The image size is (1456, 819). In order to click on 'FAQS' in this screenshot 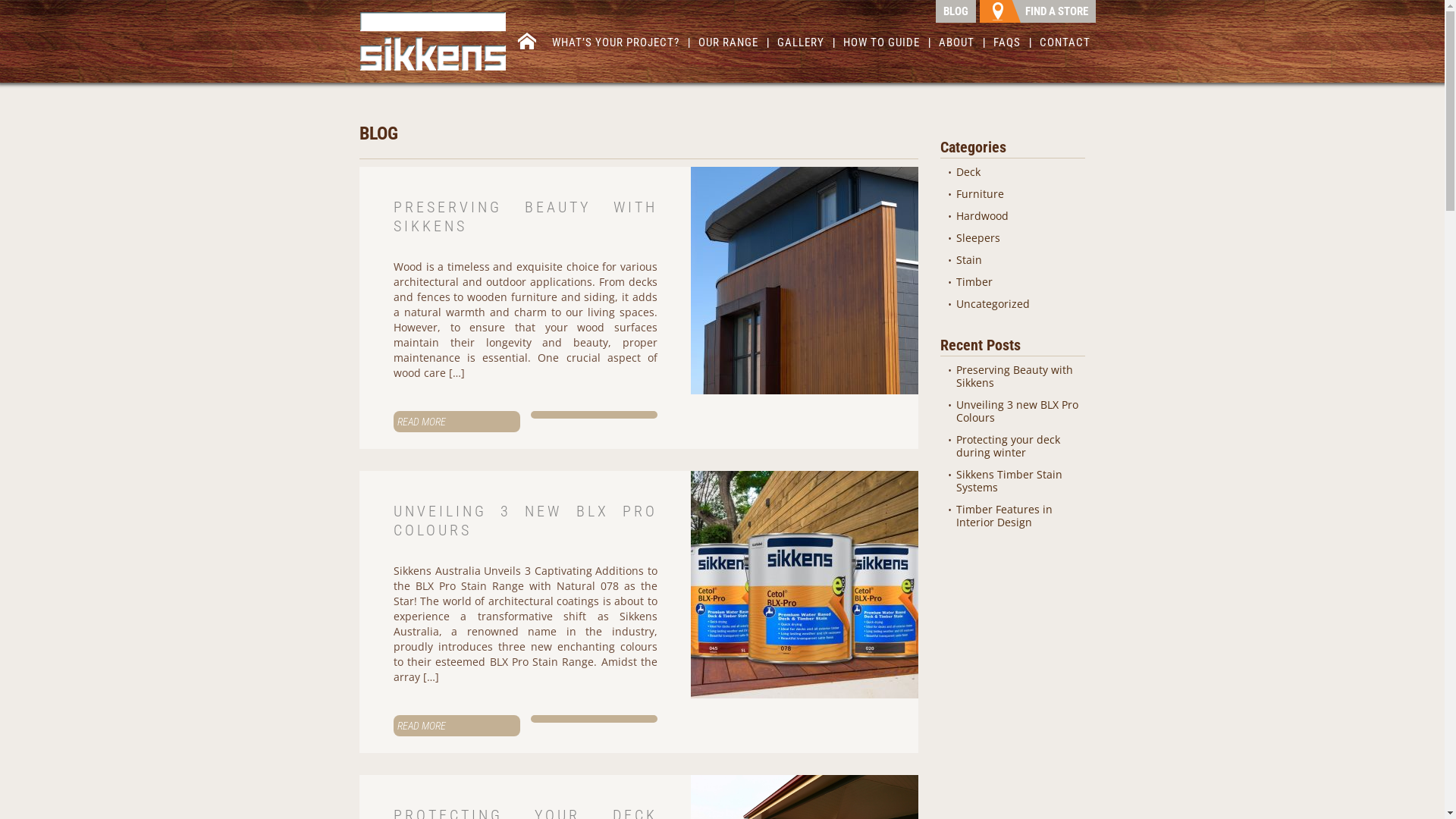, I will do `click(1007, 45)`.